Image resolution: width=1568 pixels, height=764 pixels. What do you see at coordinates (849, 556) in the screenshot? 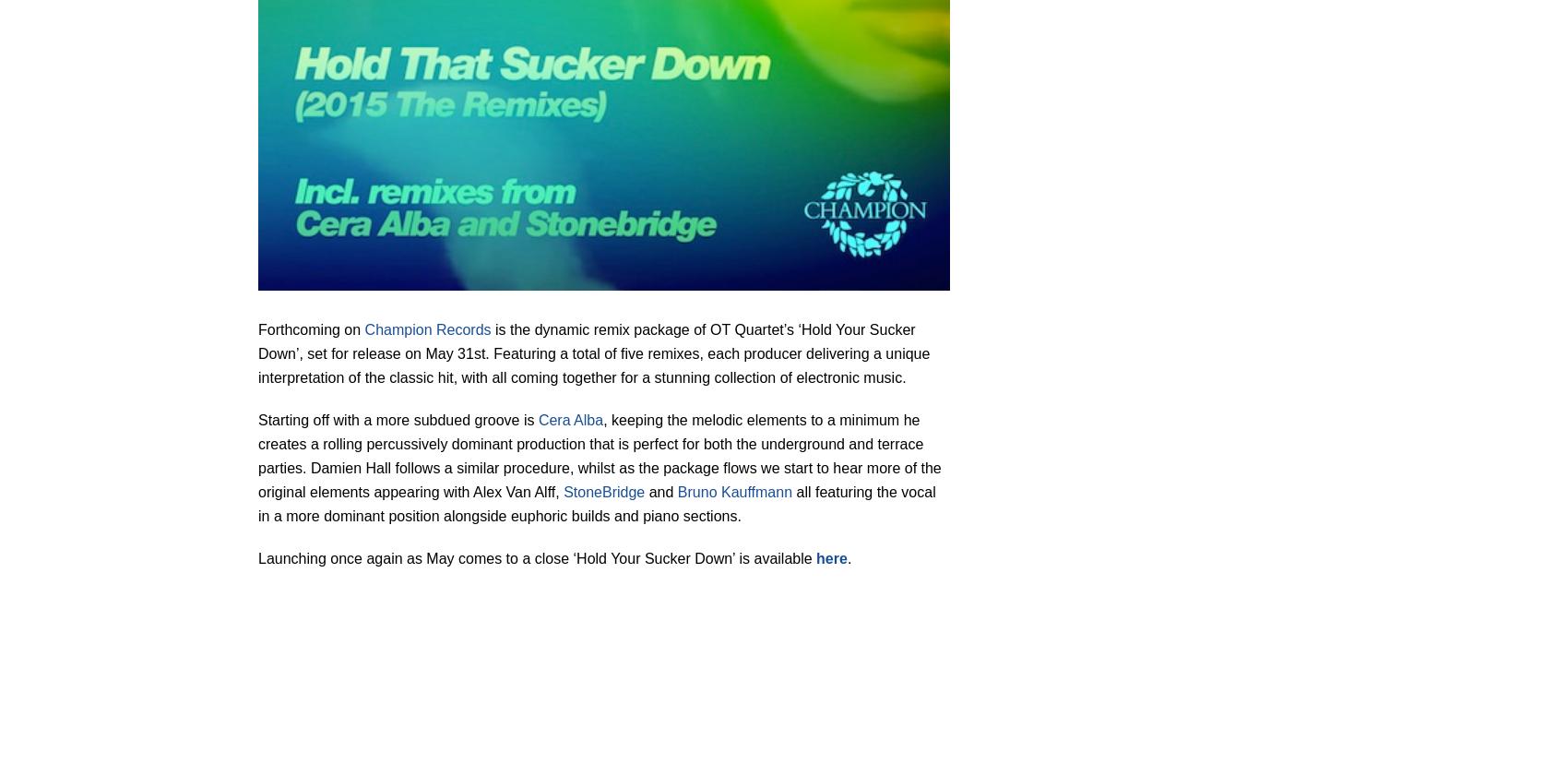
I see `'.'` at bounding box center [849, 556].